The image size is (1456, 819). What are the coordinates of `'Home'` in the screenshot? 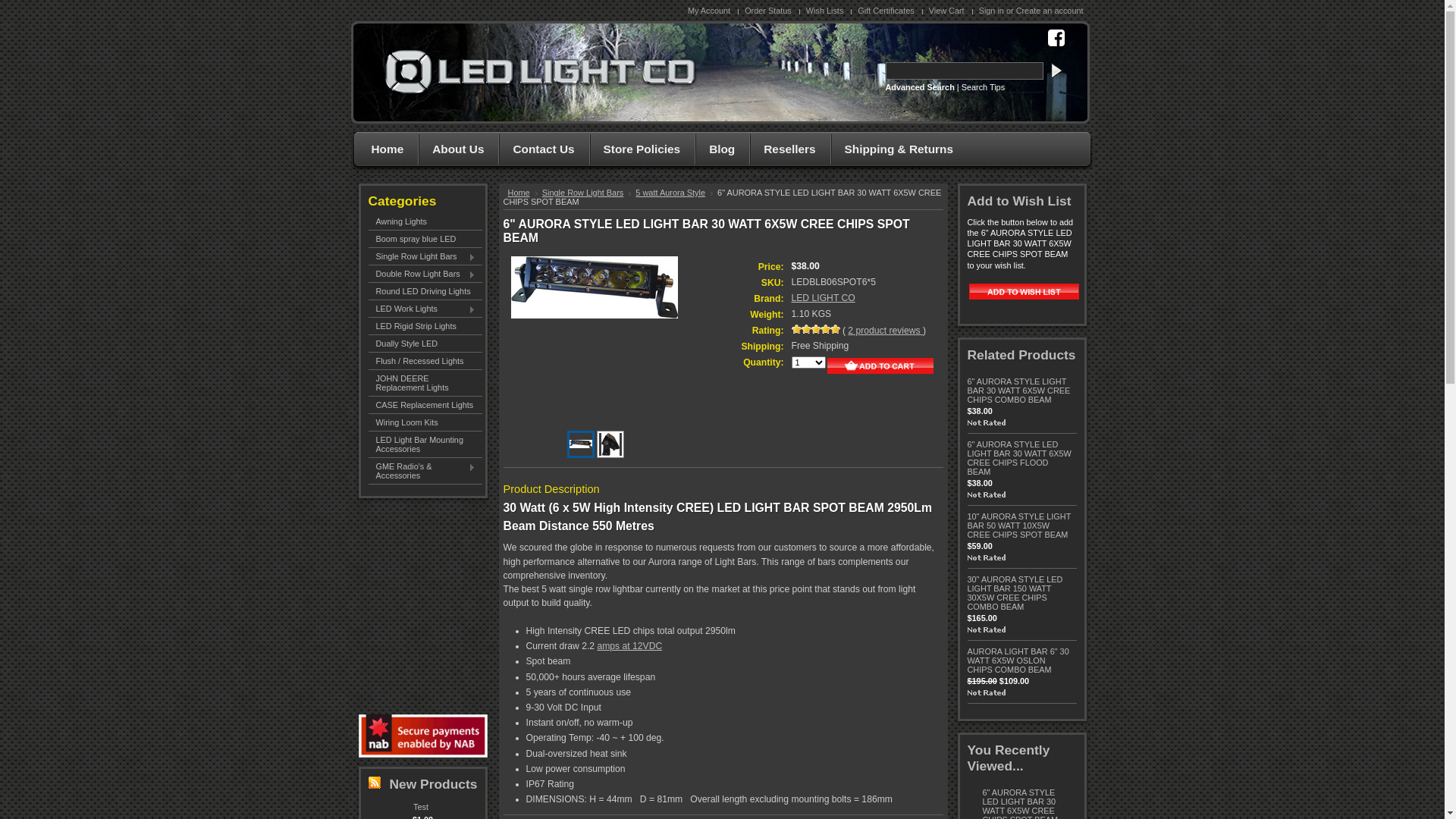 It's located at (522, 192).